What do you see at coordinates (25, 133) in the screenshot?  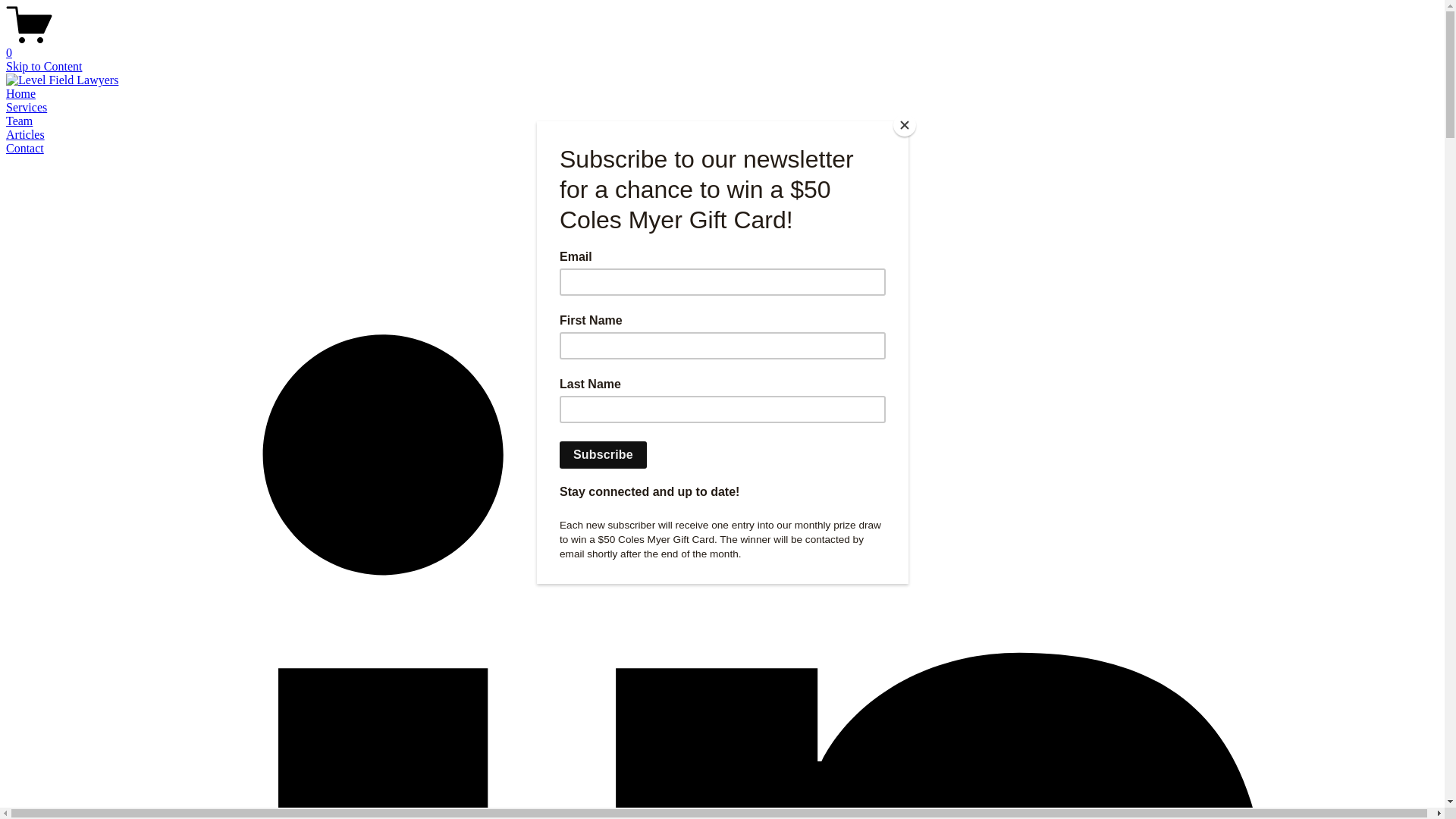 I see `'Articles'` at bounding box center [25, 133].